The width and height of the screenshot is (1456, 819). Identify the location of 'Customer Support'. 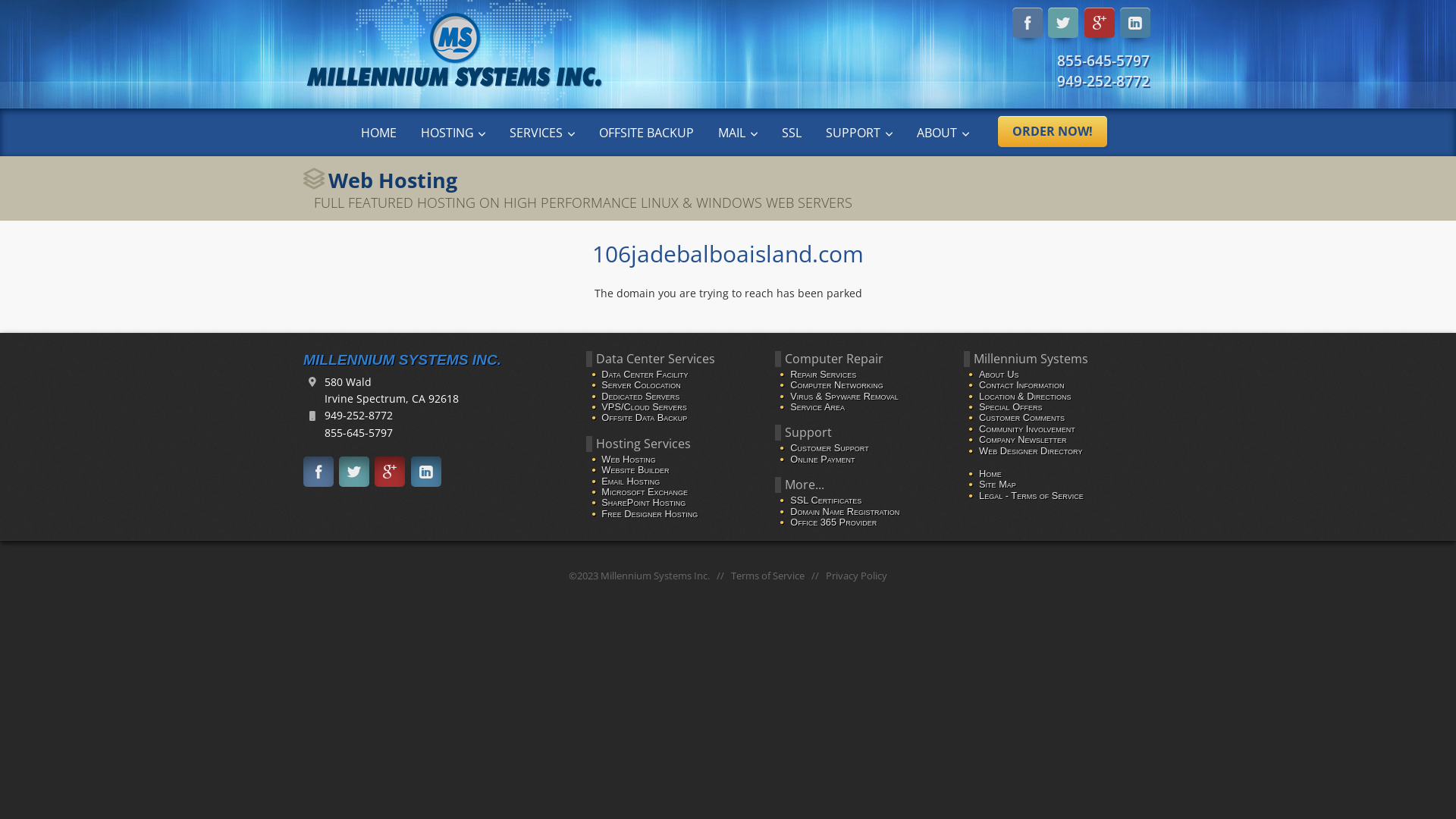
(829, 447).